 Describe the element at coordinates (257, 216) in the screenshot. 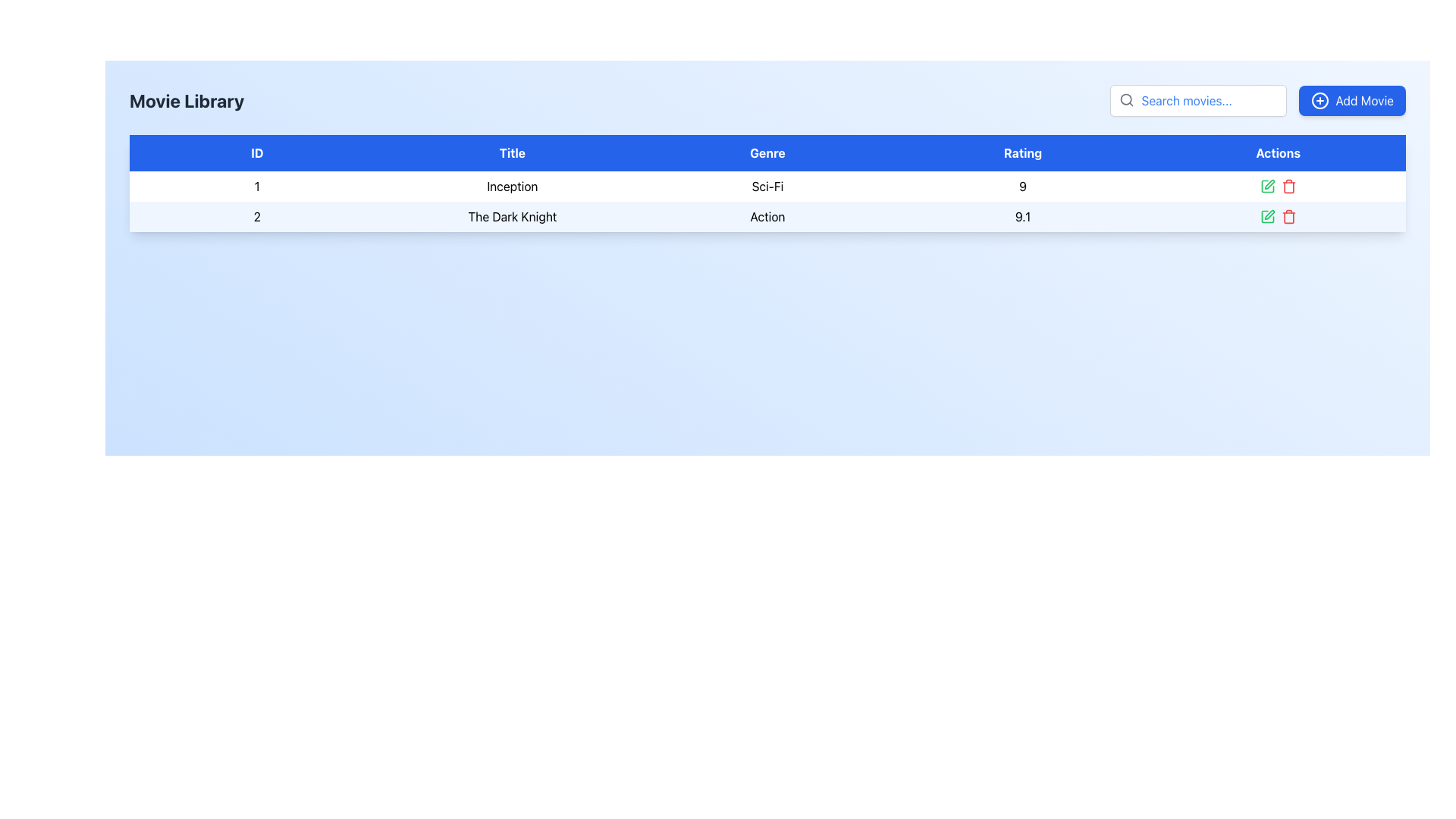

I see `the bold numeral '2' in the first cell of the second row under the ID column, which is visually distinct and associated with 'The Dark Knight'` at that location.